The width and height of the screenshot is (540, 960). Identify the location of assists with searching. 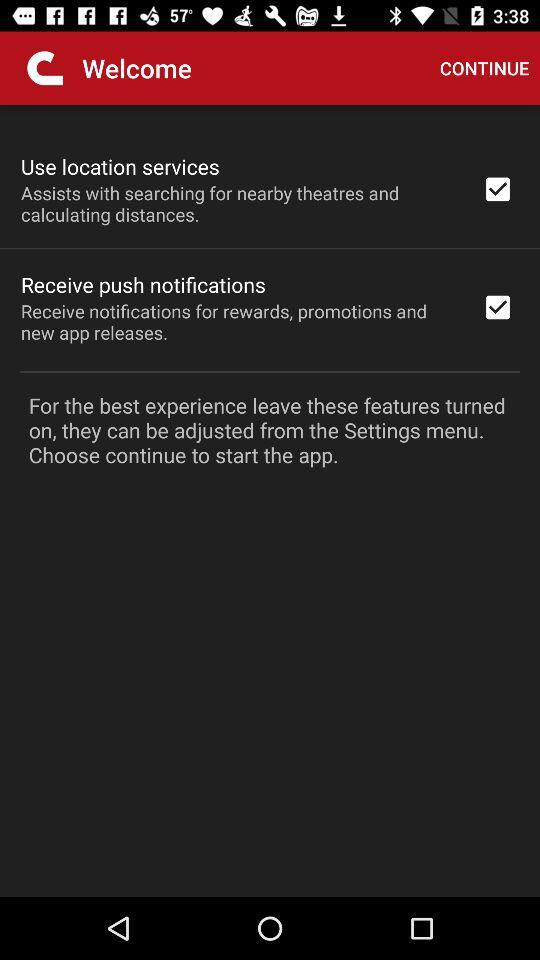
(238, 203).